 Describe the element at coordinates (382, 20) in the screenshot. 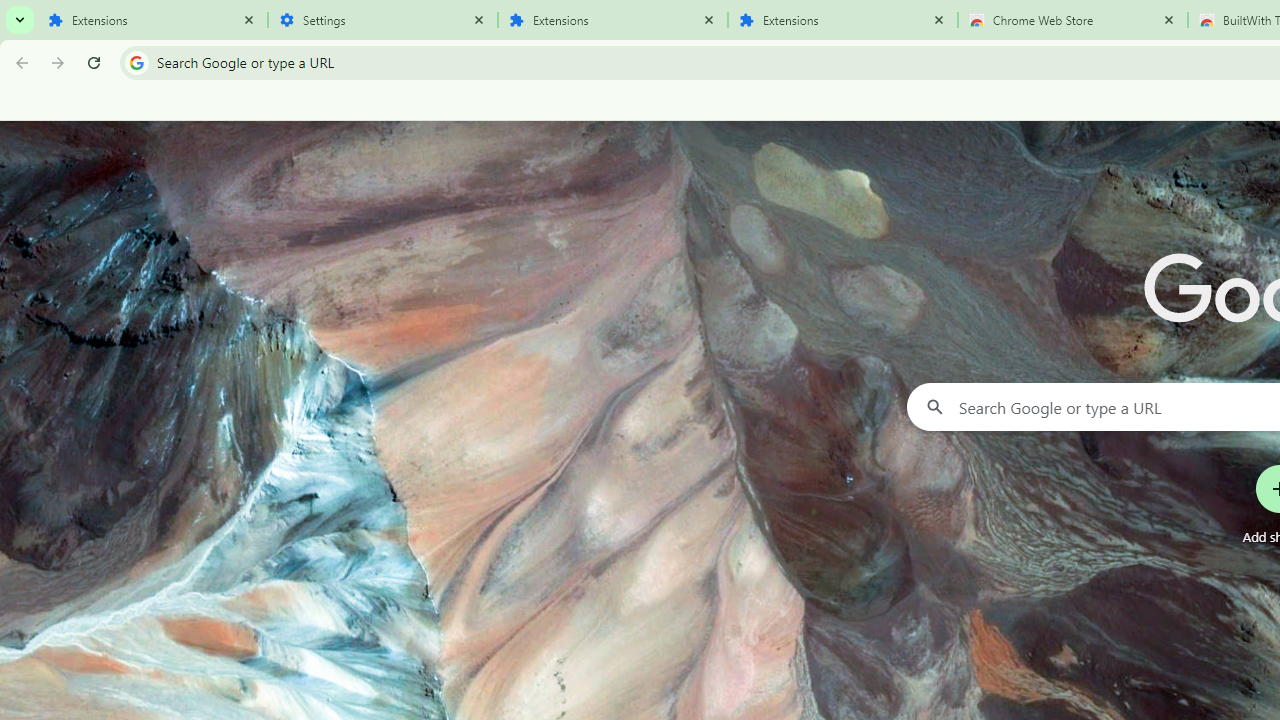

I see `'Settings'` at that location.